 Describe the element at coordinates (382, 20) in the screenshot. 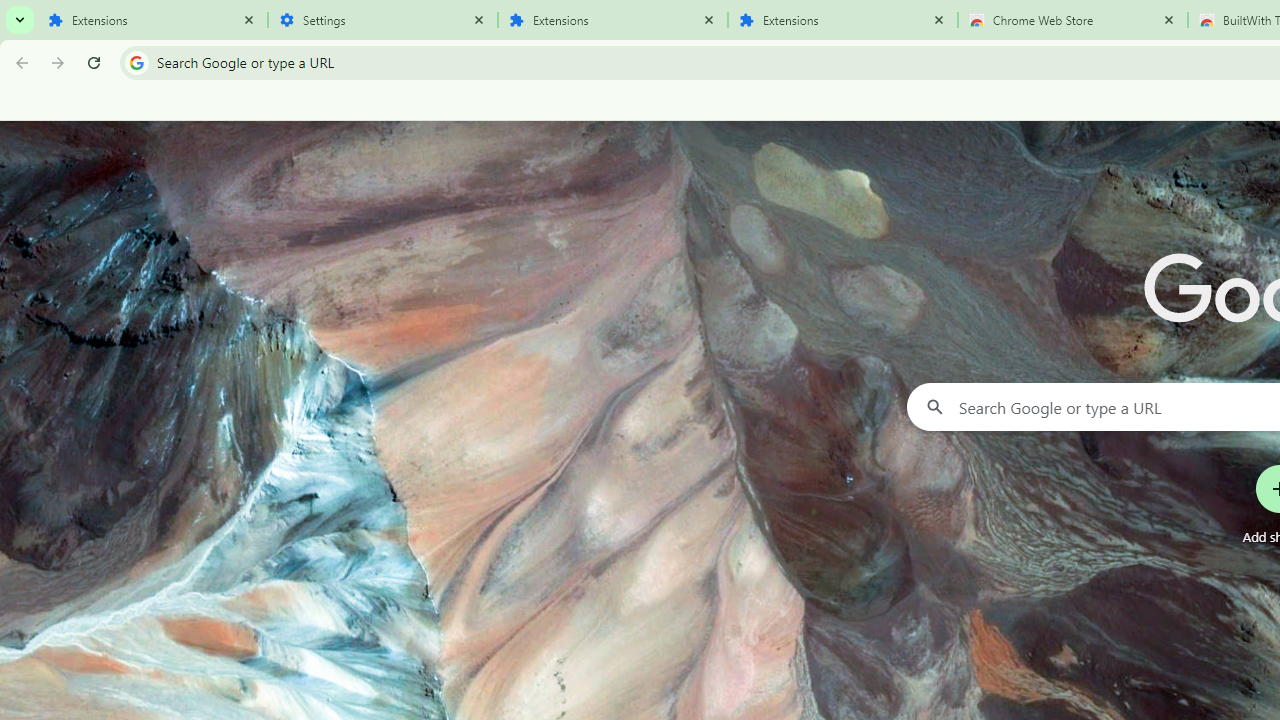

I see `'Settings'` at that location.